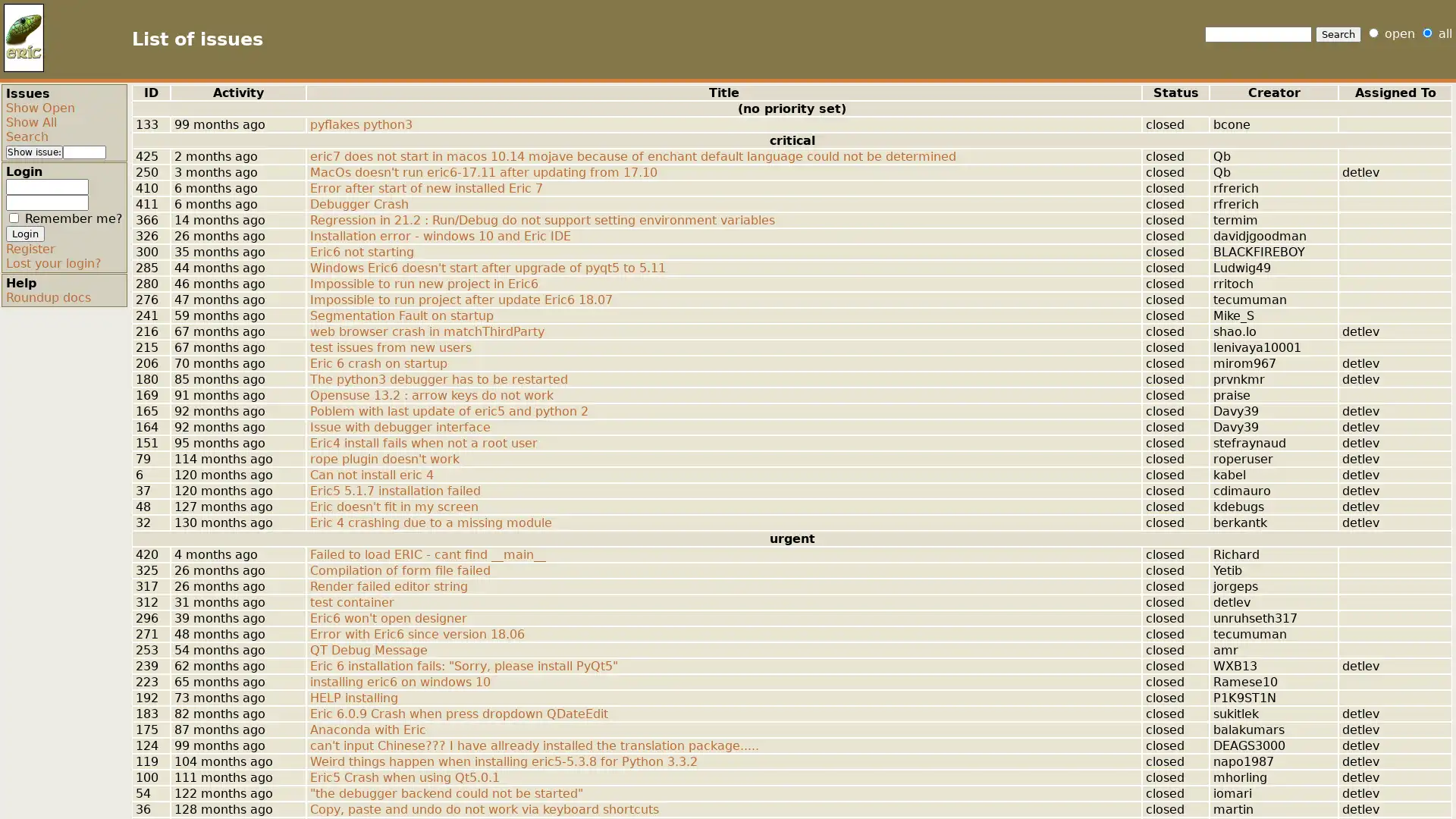  Describe the element at coordinates (25, 234) in the screenshot. I see `Login` at that location.